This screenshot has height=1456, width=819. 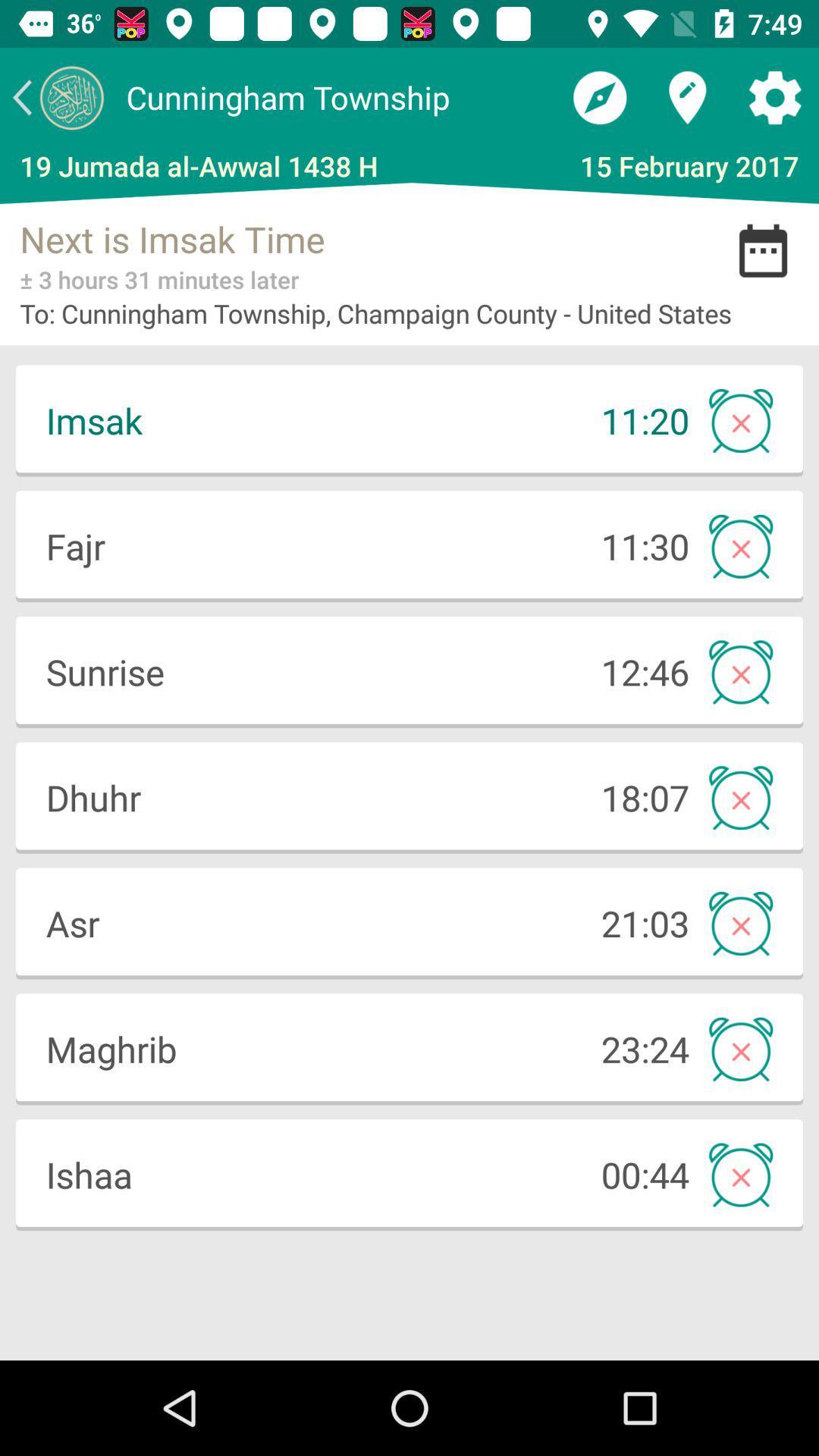 I want to click on the settings icon, so click(x=775, y=96).